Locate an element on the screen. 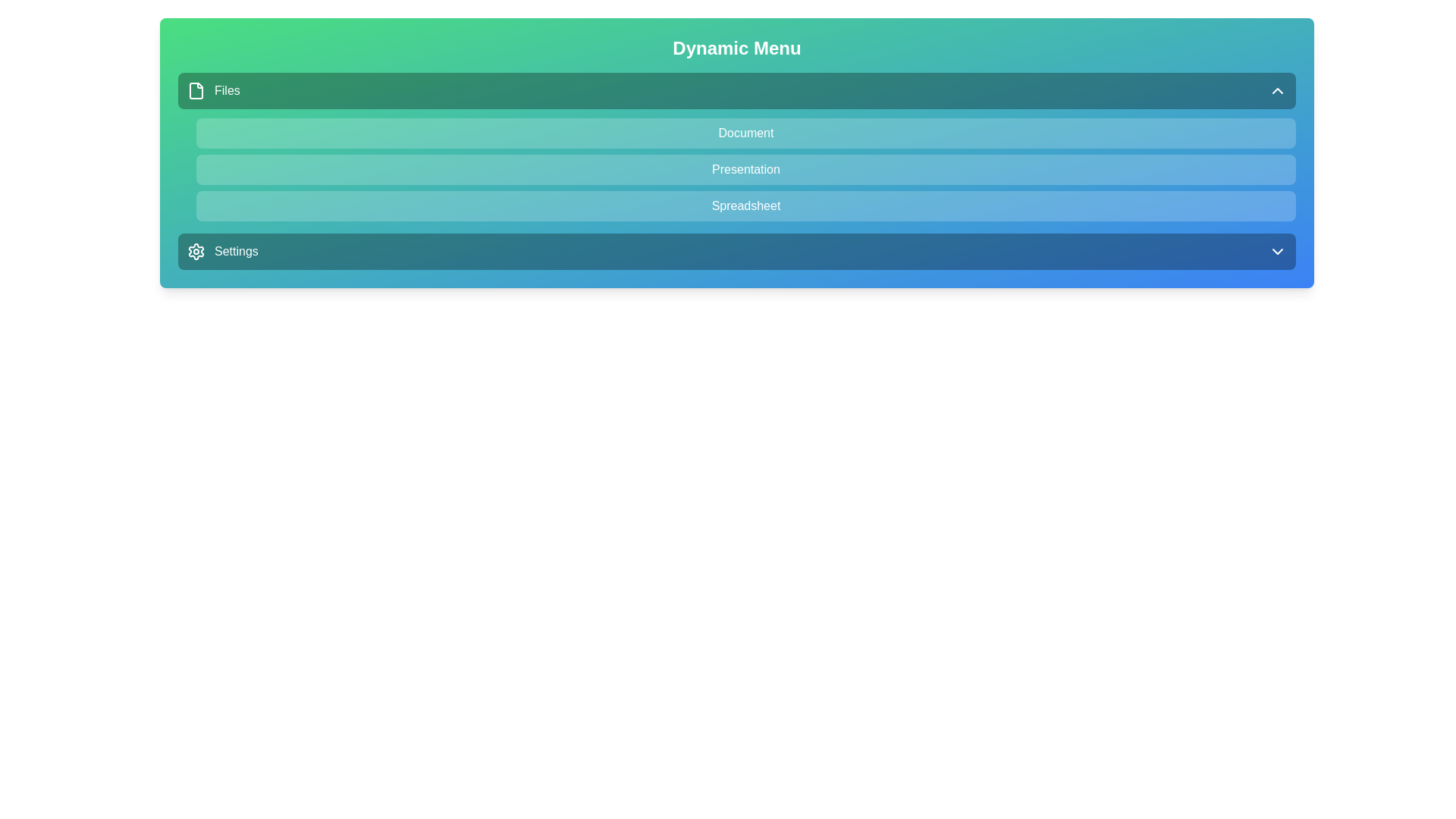 The width and height of the screenshot is (1456, 819). the document icon located to the far left of the 'Files' label in the top section of the 'Dynamic Menu' interface, as it represents document-related content is located at coordinates (196, 90).